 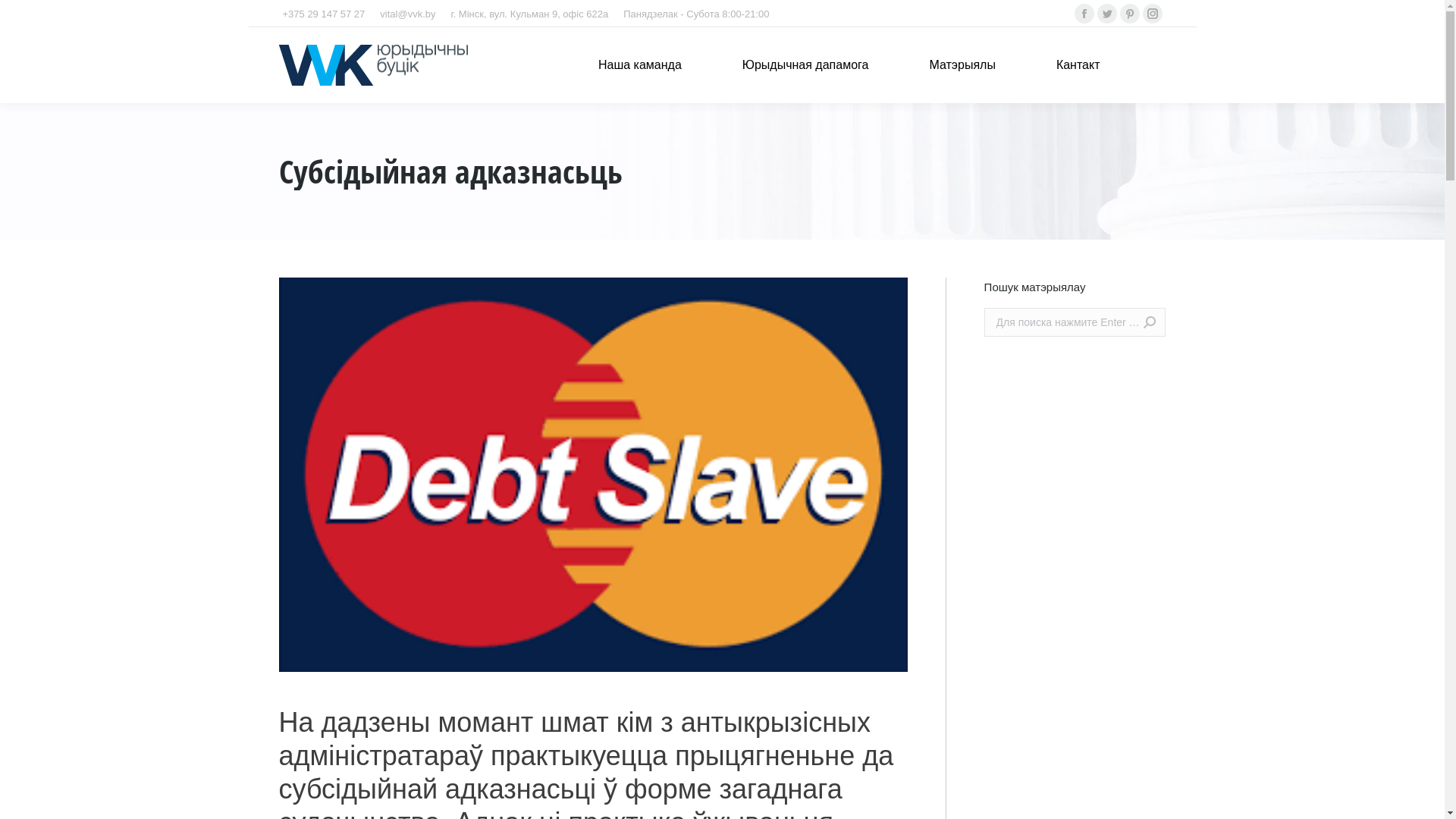 What do you see at coordinates (1153, 14) in the screenshot?
I see `'Instagram'` at bounding box center [1153, 14].